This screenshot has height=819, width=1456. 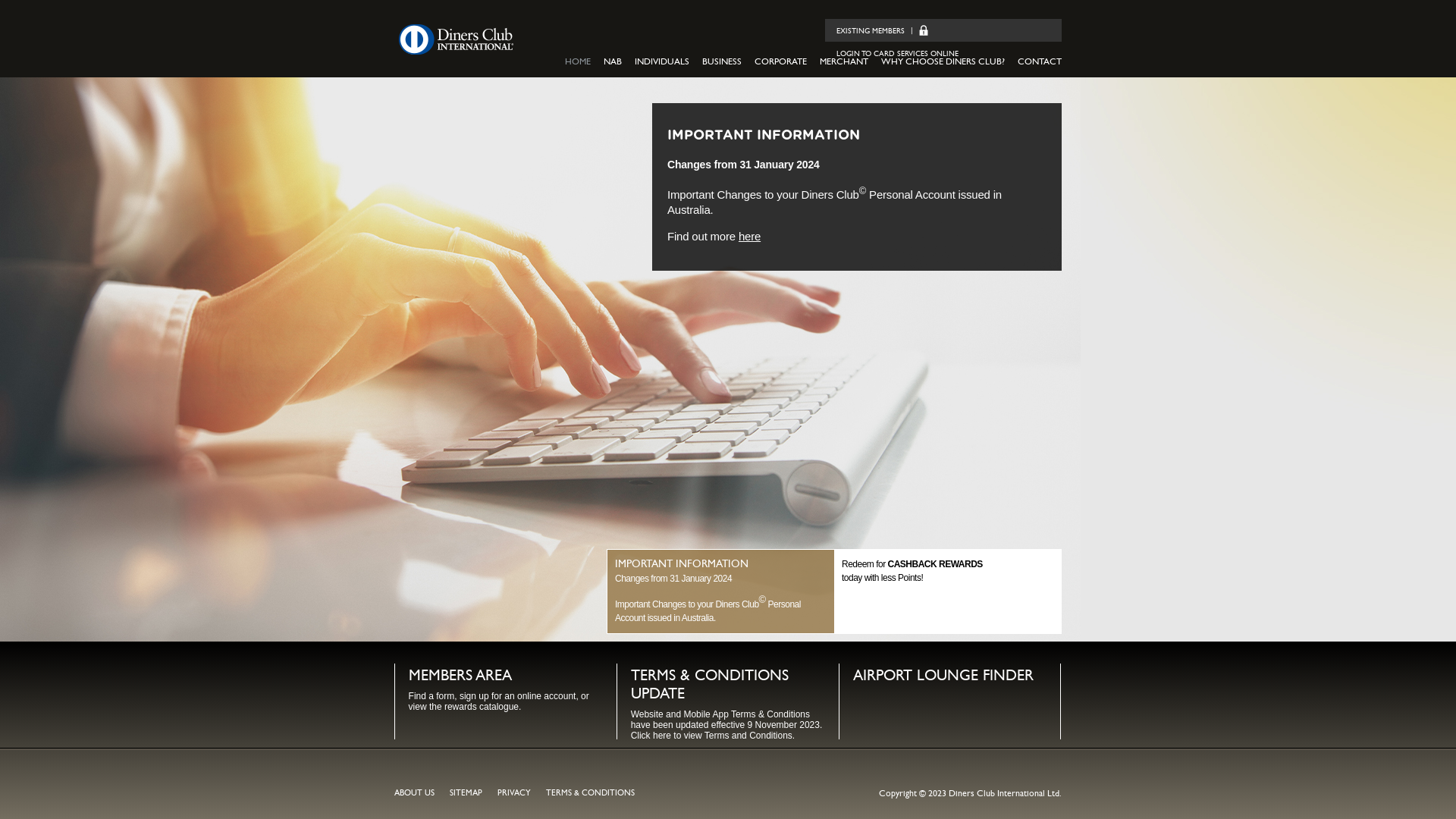 I want to click on 'LOGIN TO CARD SERVICES ONLINE', so click(x=835, y=52).